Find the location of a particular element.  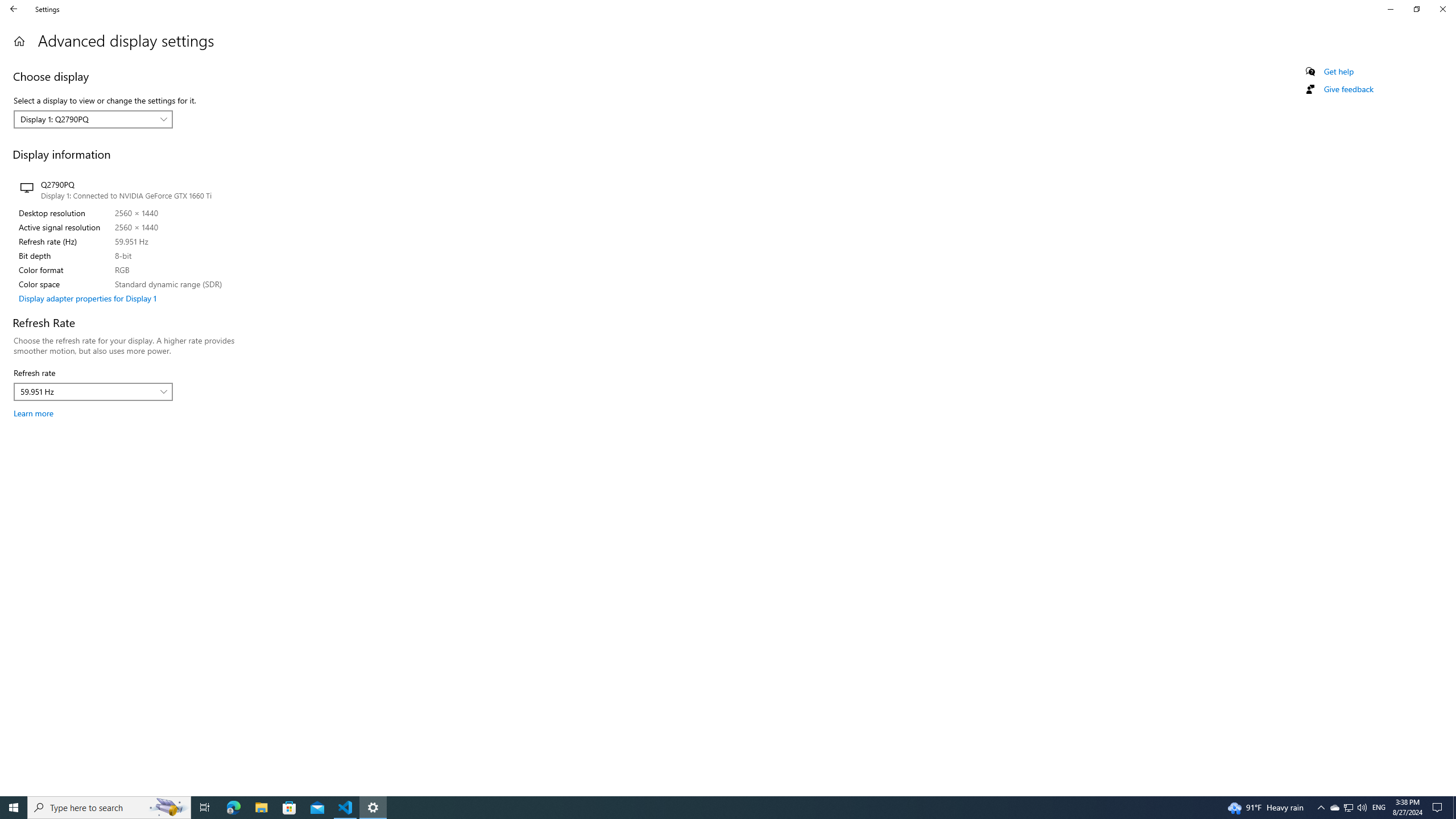

'Back' is located at coordinates (14, 9).